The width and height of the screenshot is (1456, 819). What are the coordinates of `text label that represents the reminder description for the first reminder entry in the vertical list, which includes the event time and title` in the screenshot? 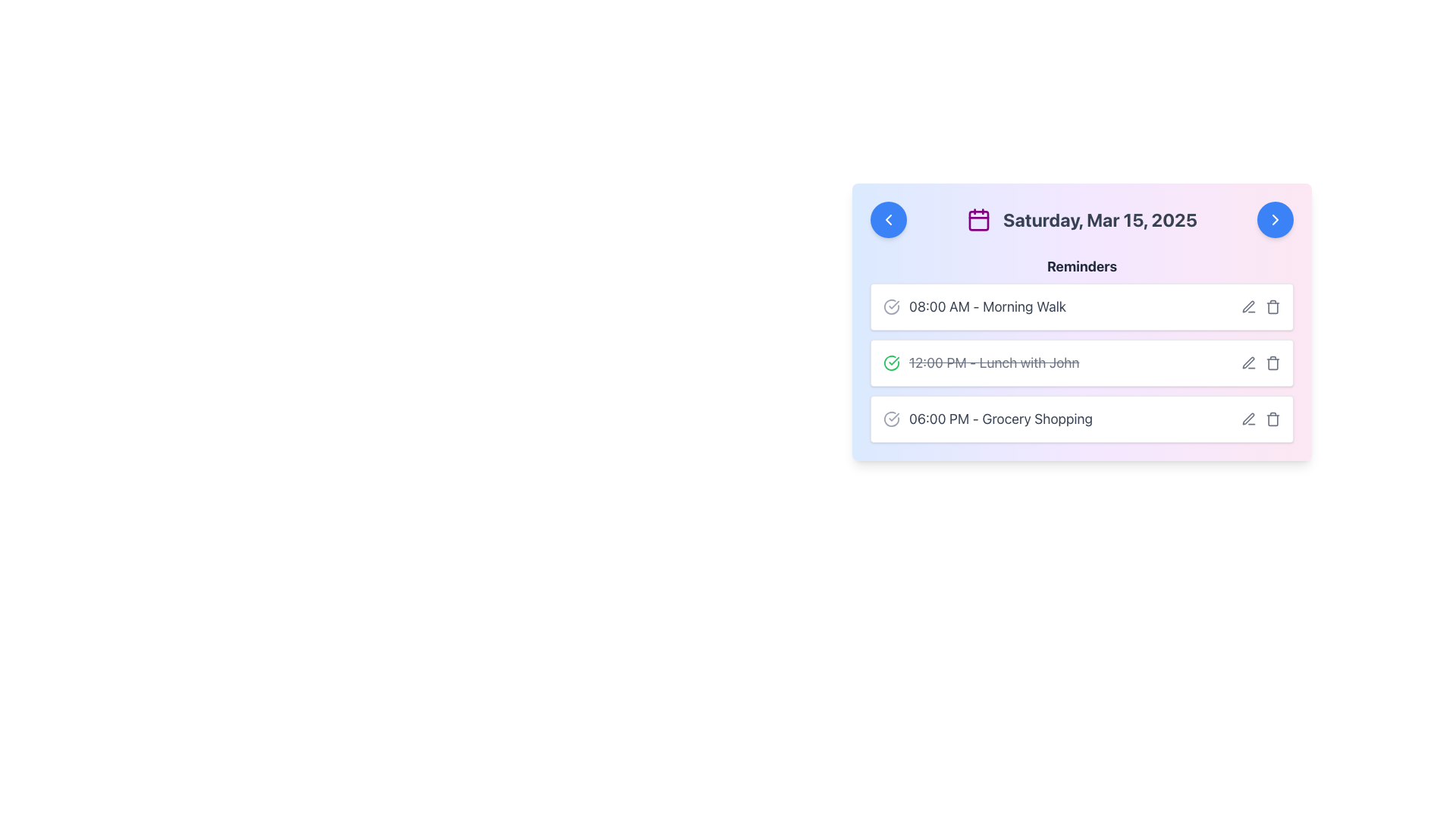 It's located at (987, 307).